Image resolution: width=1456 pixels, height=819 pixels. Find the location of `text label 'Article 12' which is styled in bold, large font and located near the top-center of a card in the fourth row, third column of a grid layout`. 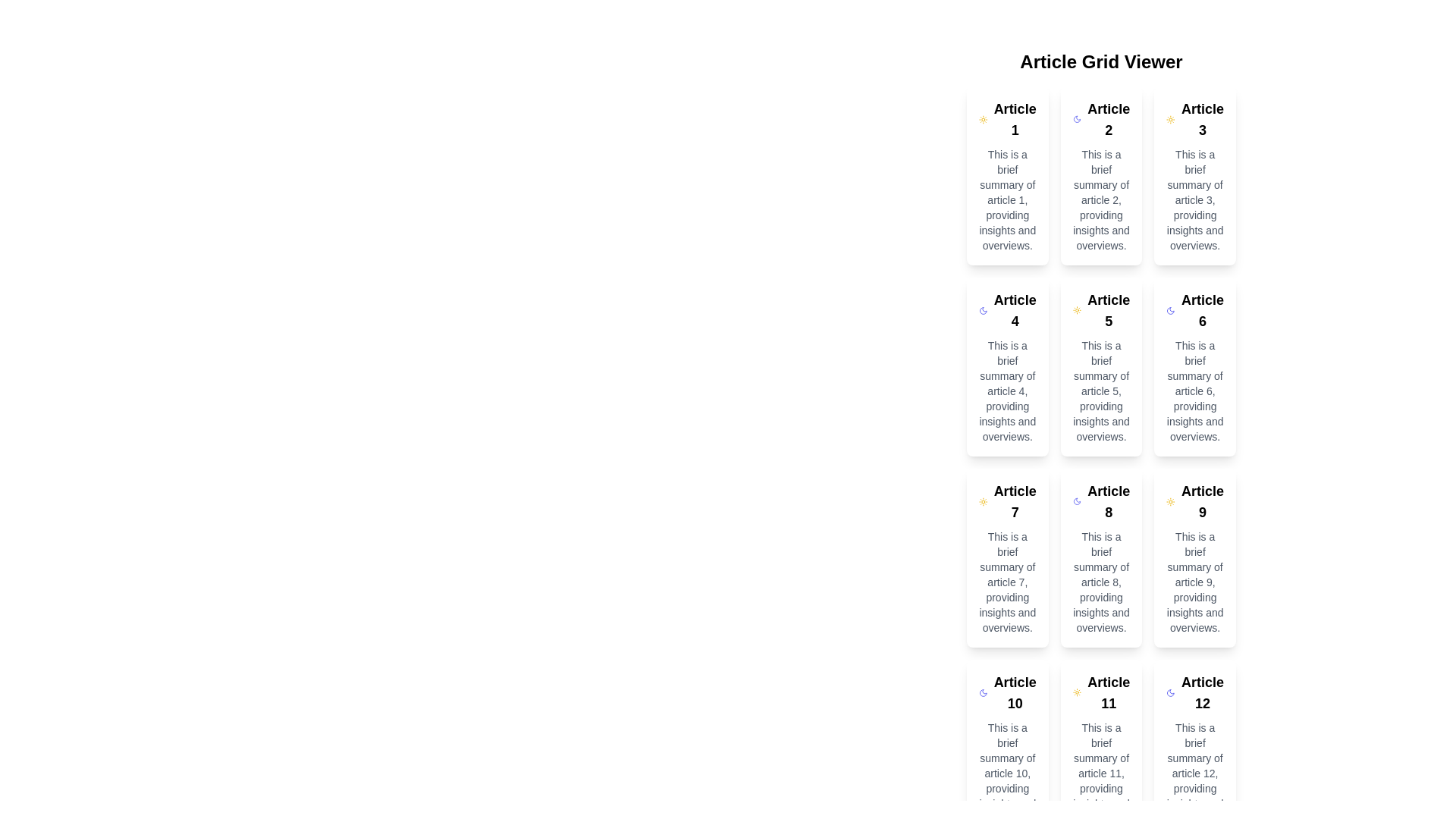

text label 'Article 12' which is styled in bold, large font and located near the top-center of a card in the fourth row, third column of a grid layout is located at coordinates (1194, 693).